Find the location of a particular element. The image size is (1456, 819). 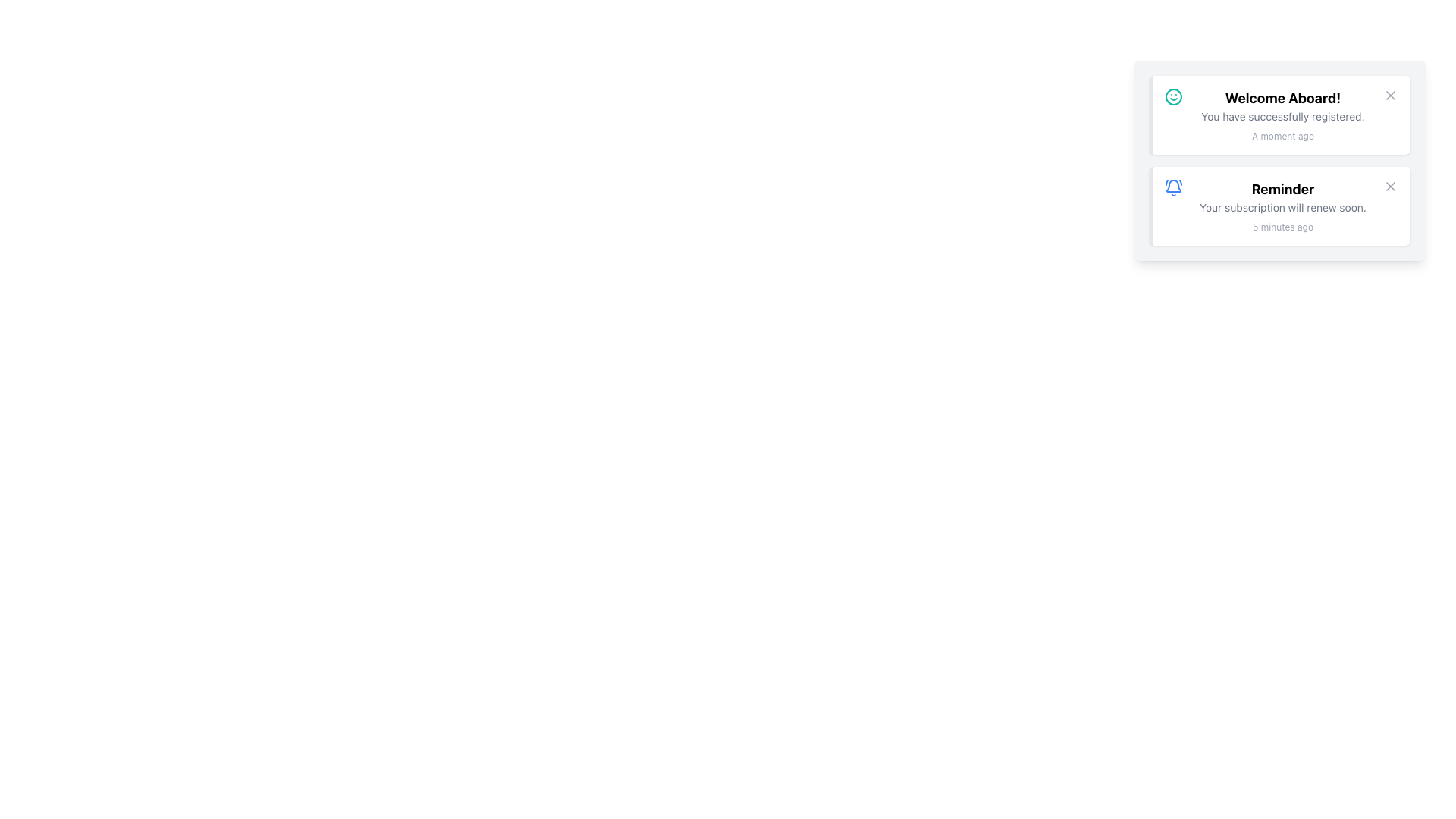

bold, large-sized static text saying 'Welcome Aboard!' located at the top of the notification card is located at coordinates (1282, 99).